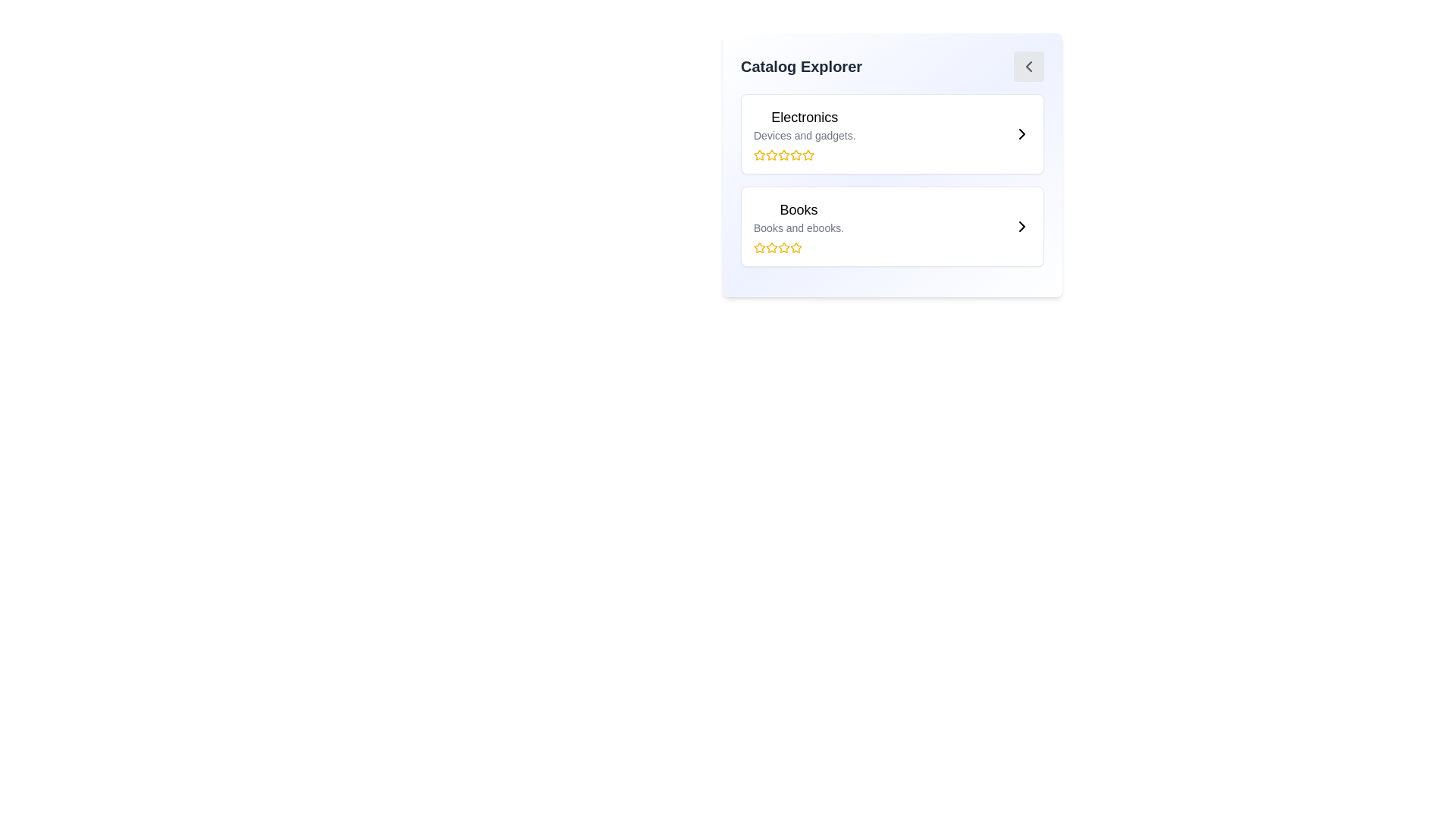 Image resolution: width=1456 pixels, height=819 pixels. Describe the element at coordinates (783, 247) in the screenshot. I see `the fourth star icon in the rating system under the 'Books' section to rate it` at that location.